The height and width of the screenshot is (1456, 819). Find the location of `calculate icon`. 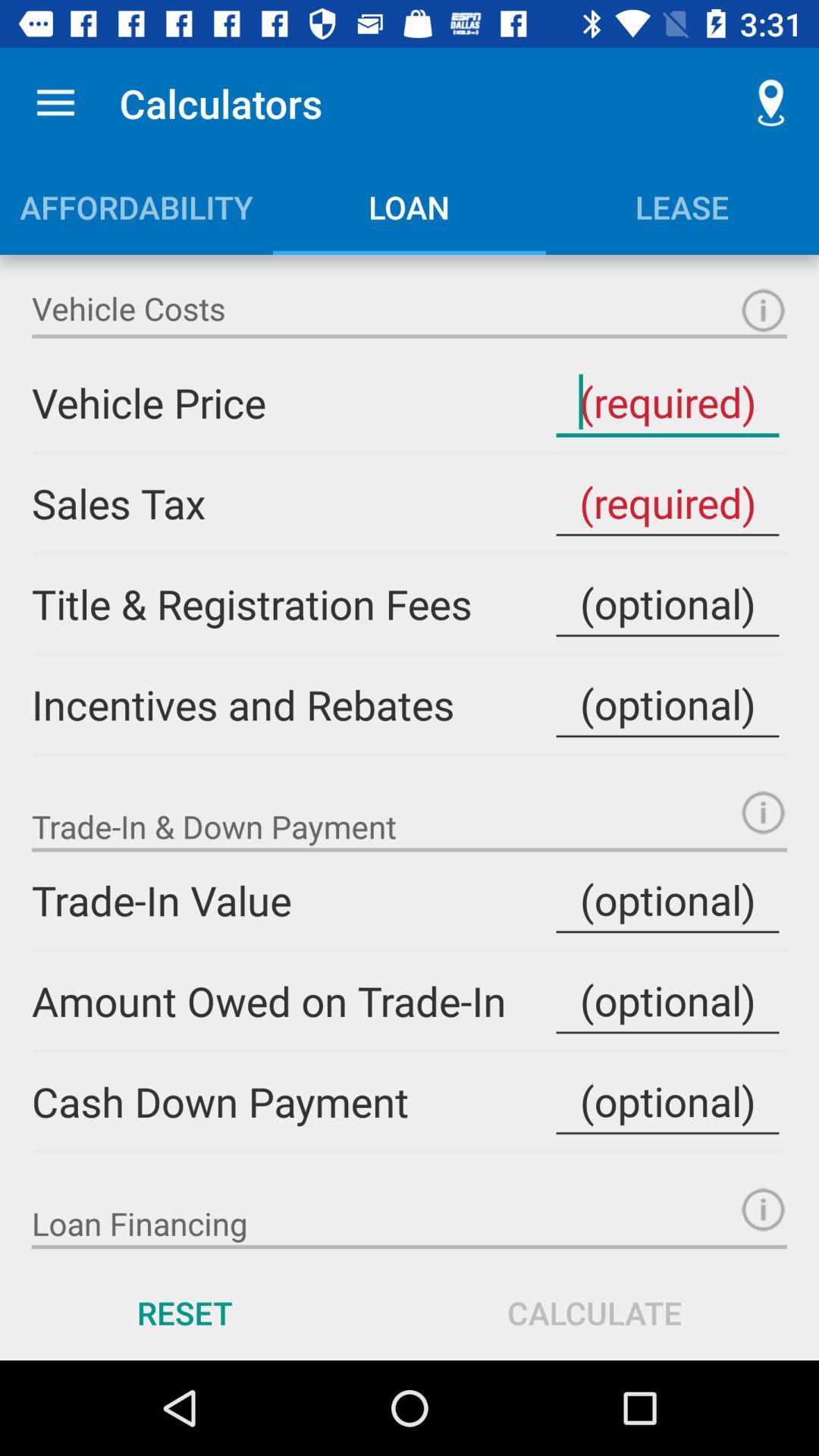

calculate icon is located at coordinates (593, 1312).